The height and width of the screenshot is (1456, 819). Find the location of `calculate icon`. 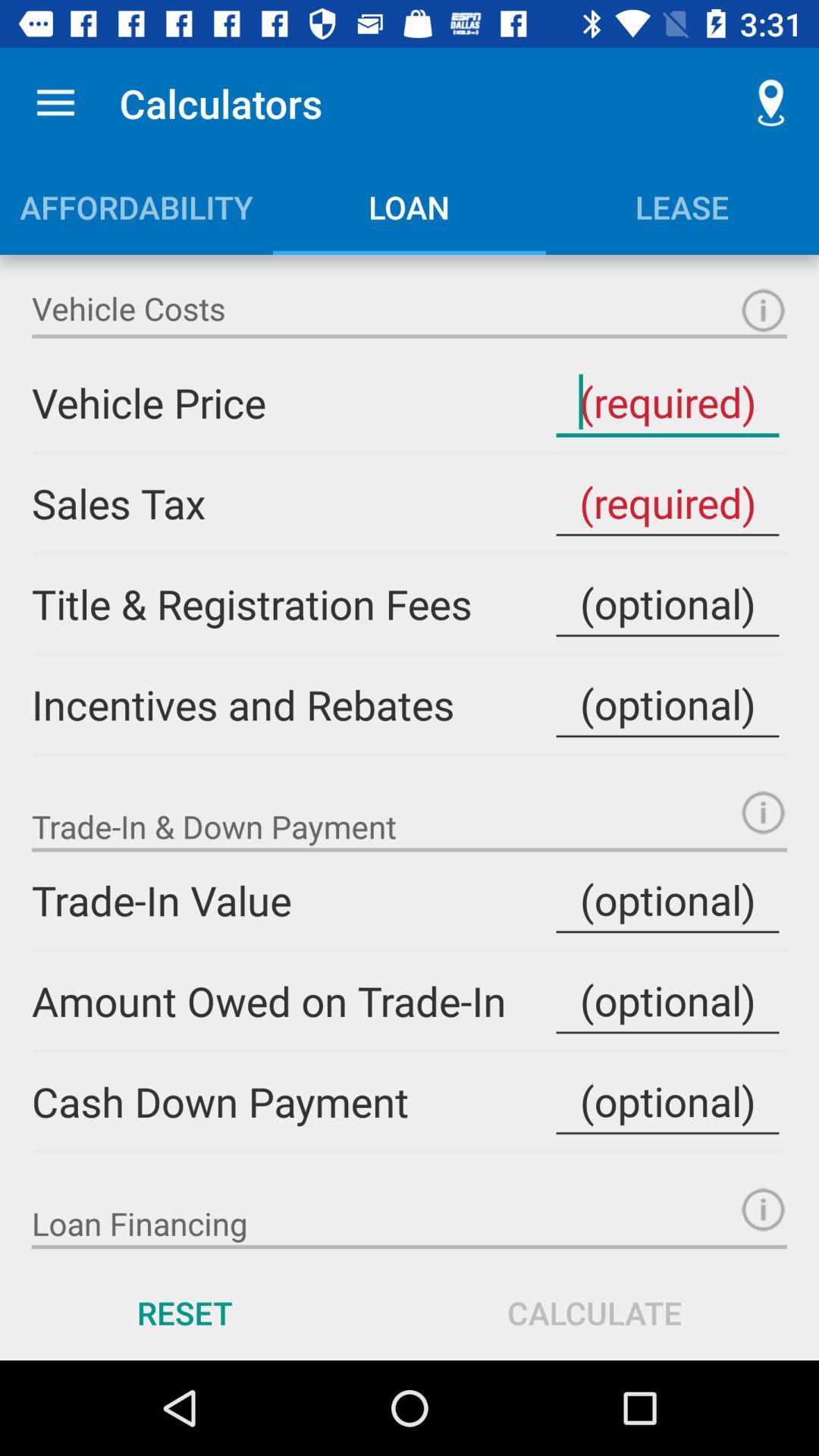

calculate icon is located at coordinates (593, 1312).